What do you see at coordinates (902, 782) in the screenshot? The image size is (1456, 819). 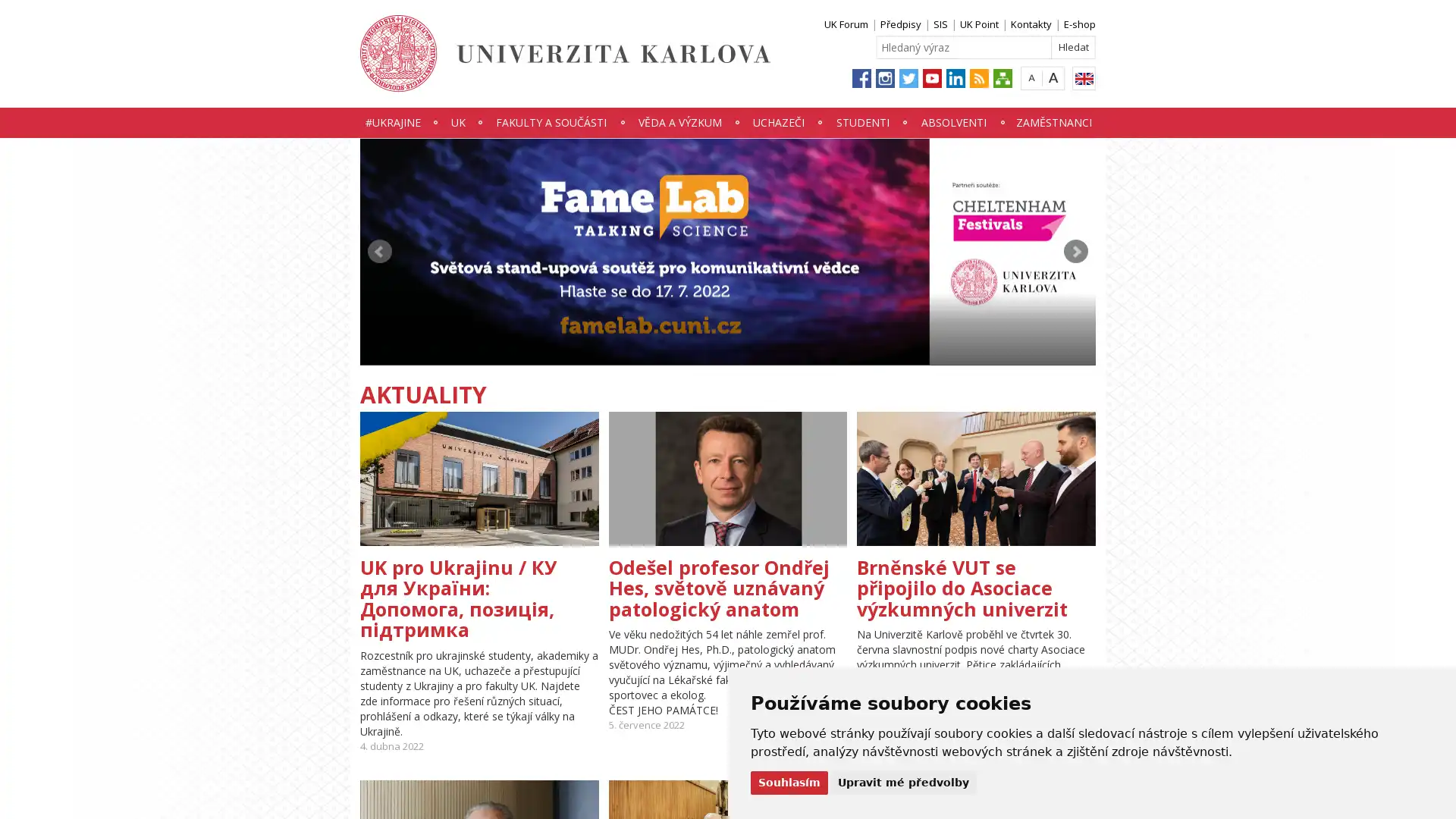 I see `Upravit me predvolby` at bounding box center [902, 782].